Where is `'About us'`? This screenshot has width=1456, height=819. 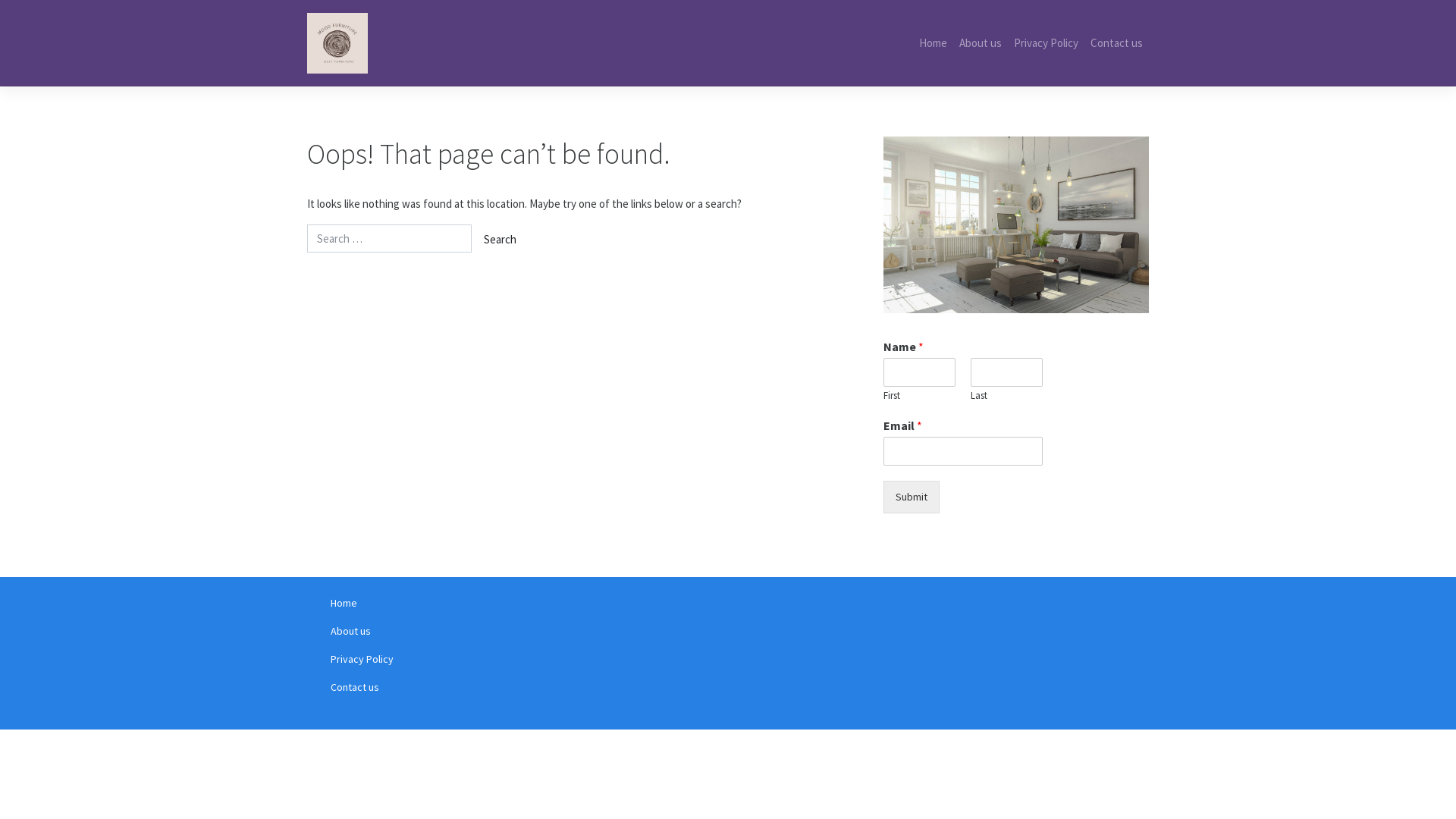 'About us' is located at coordinates (318, 631).